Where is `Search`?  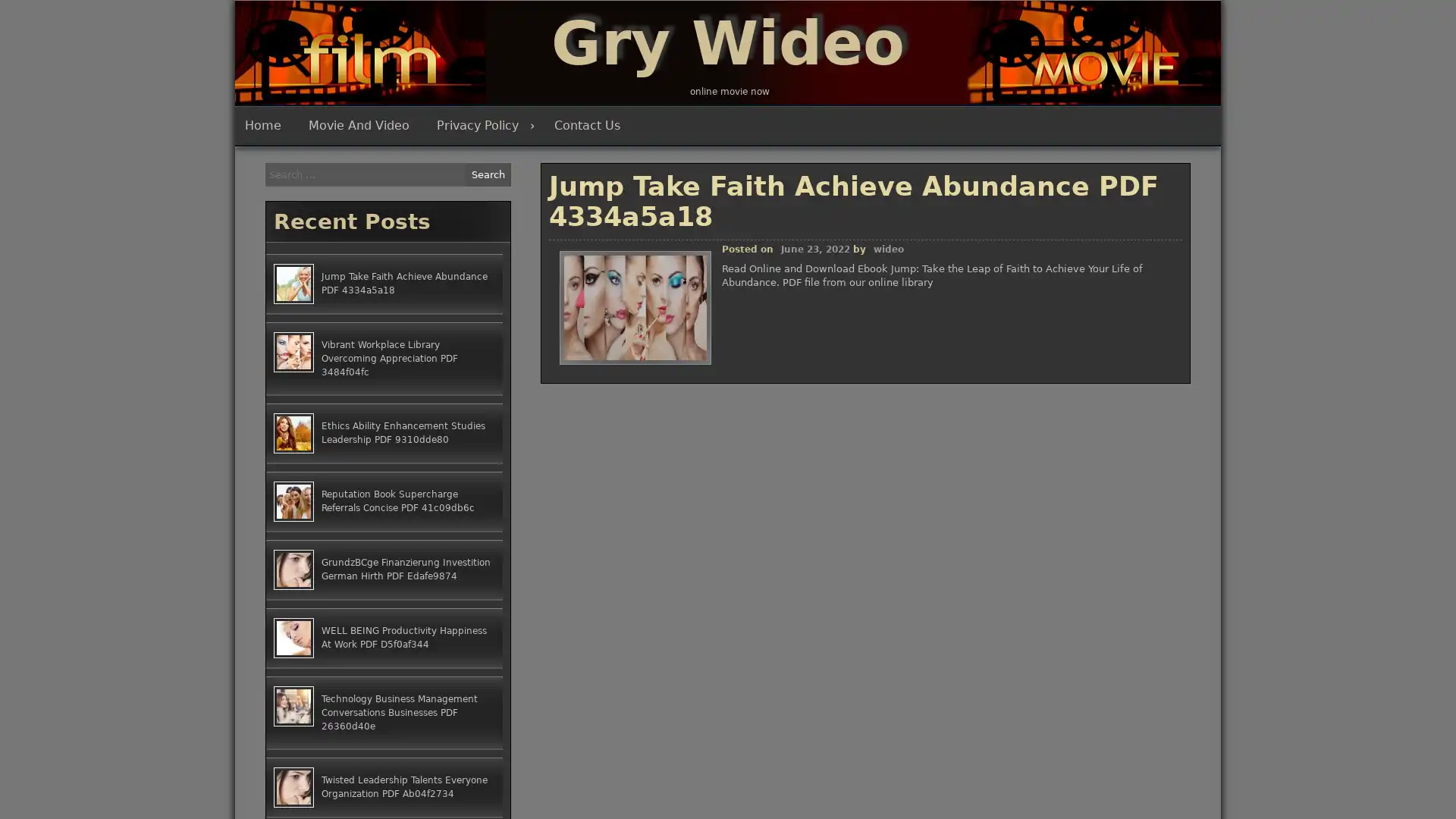 Search is located at coordinates (488, 174).